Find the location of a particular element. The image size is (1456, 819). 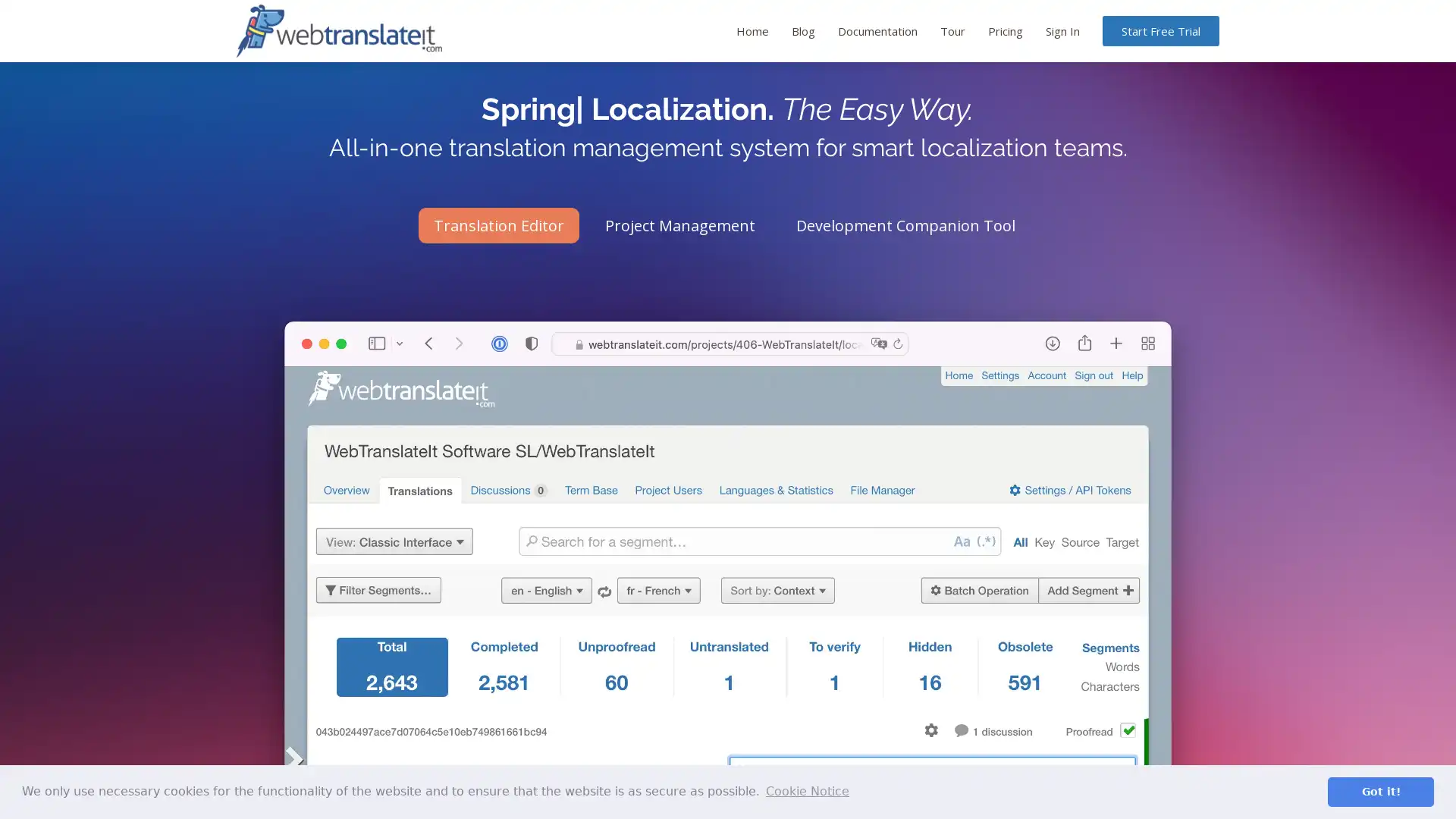

dismiss cookie message is located at coordinates (1380, 791).